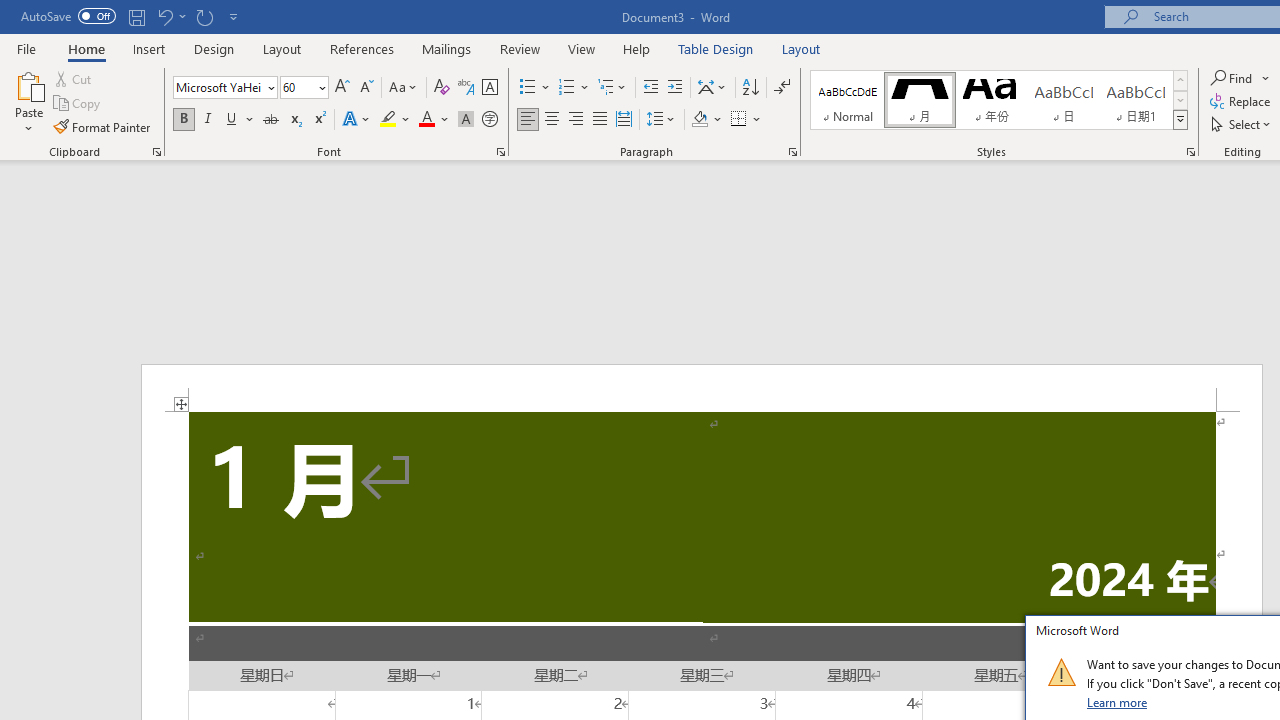 This screenshot has height=720, width=1280. I want to click on 'Repeat Style', so click(204, 16).